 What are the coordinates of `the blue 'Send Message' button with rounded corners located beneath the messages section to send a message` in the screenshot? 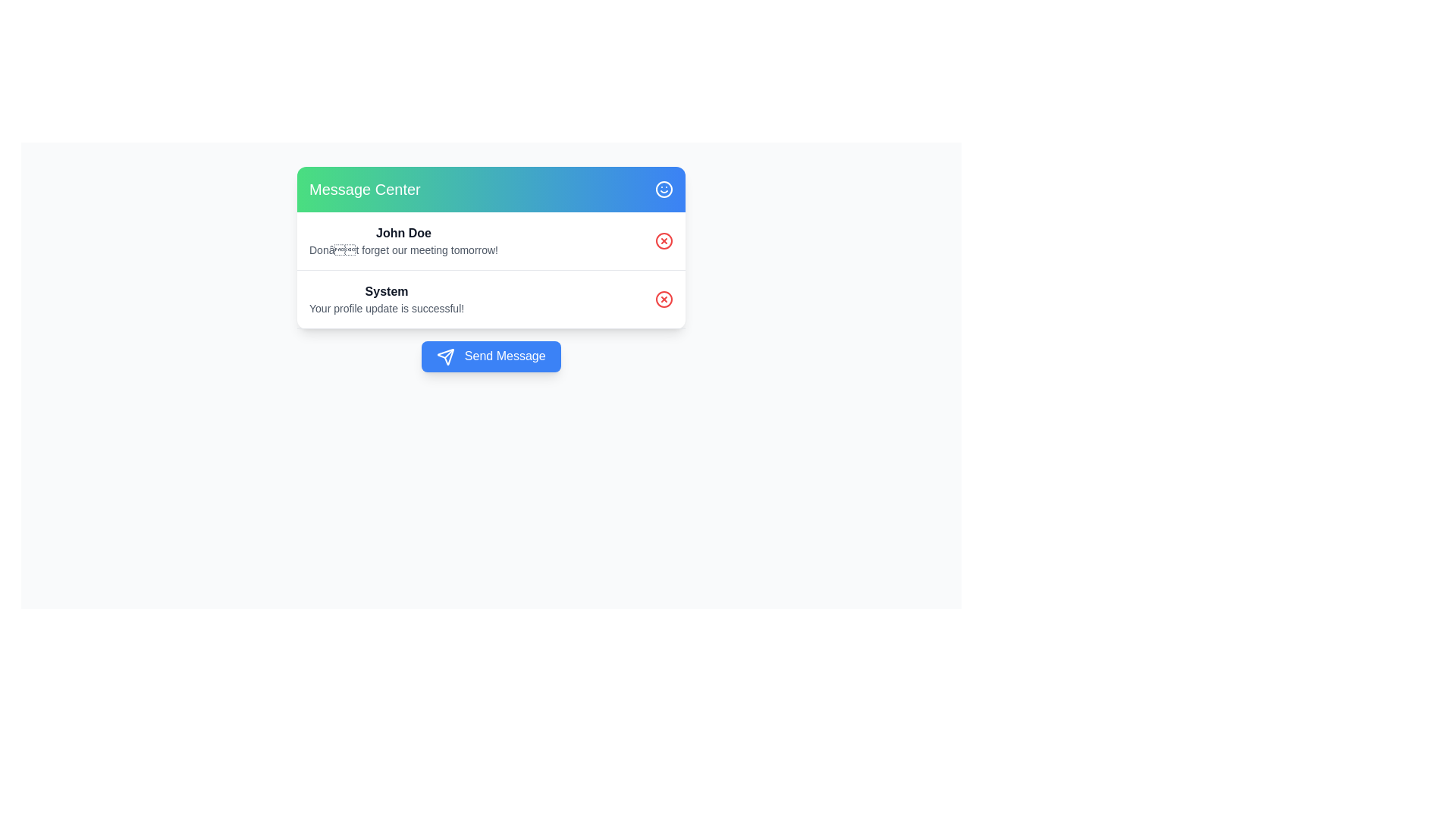 It's located at (491, 356).